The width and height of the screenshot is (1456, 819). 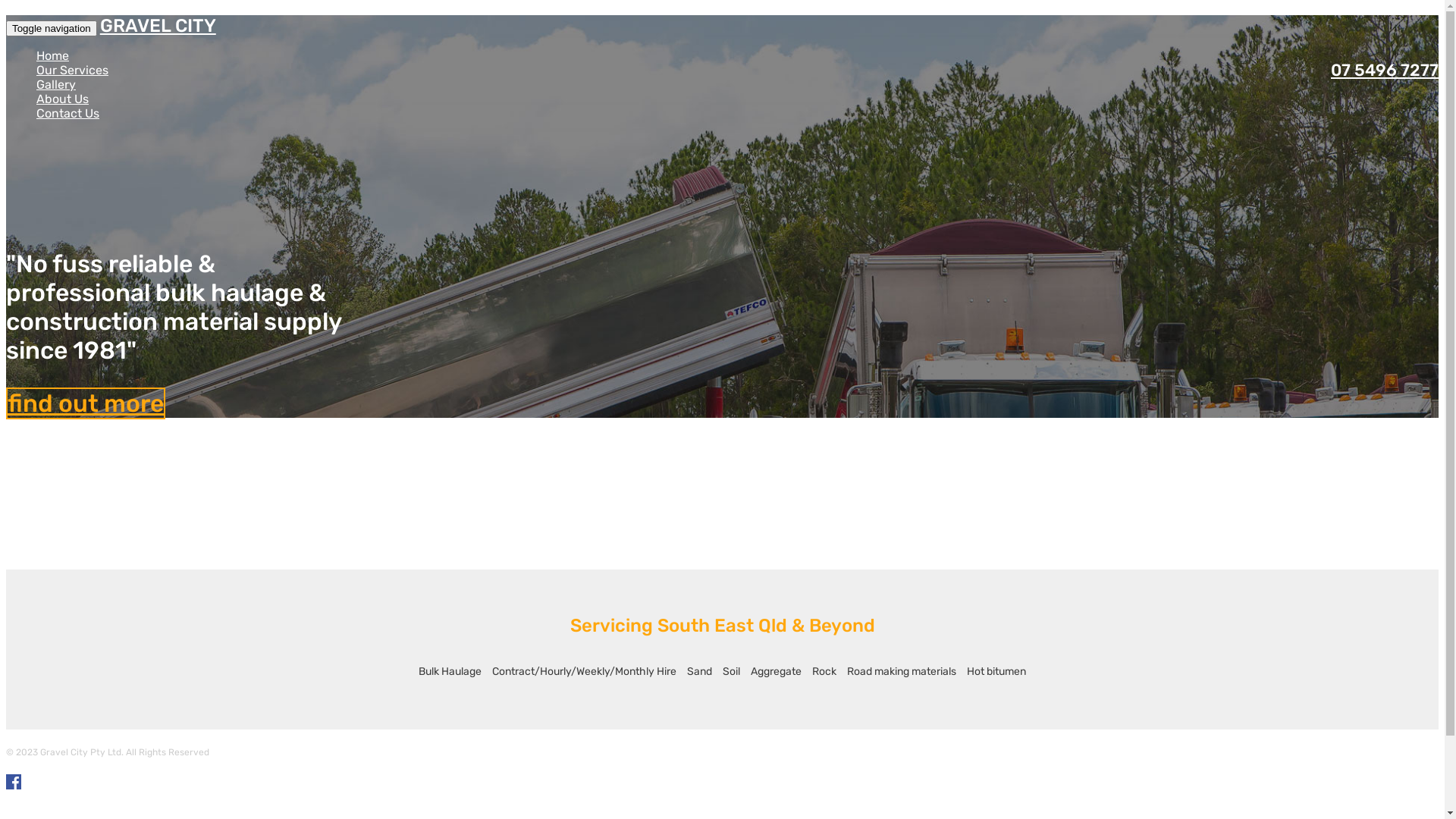 I want to click on 'Contact Us', so click(x=36, y=112).